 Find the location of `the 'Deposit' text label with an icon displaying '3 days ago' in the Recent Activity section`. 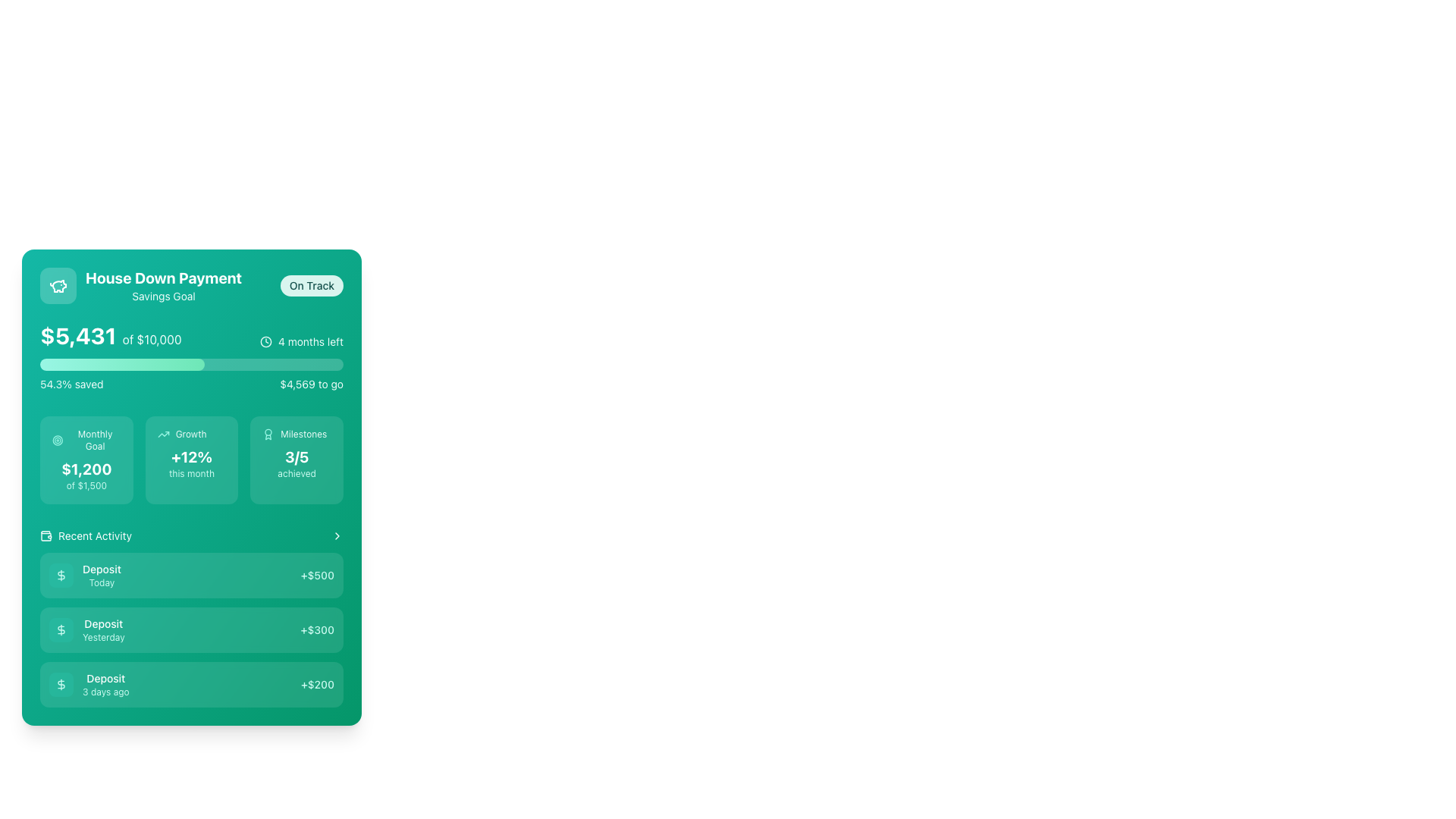

the 'Deposit' text label with an icon displaying '3 days ago' in the Recent Activity section is located at coordinates (88, 684).